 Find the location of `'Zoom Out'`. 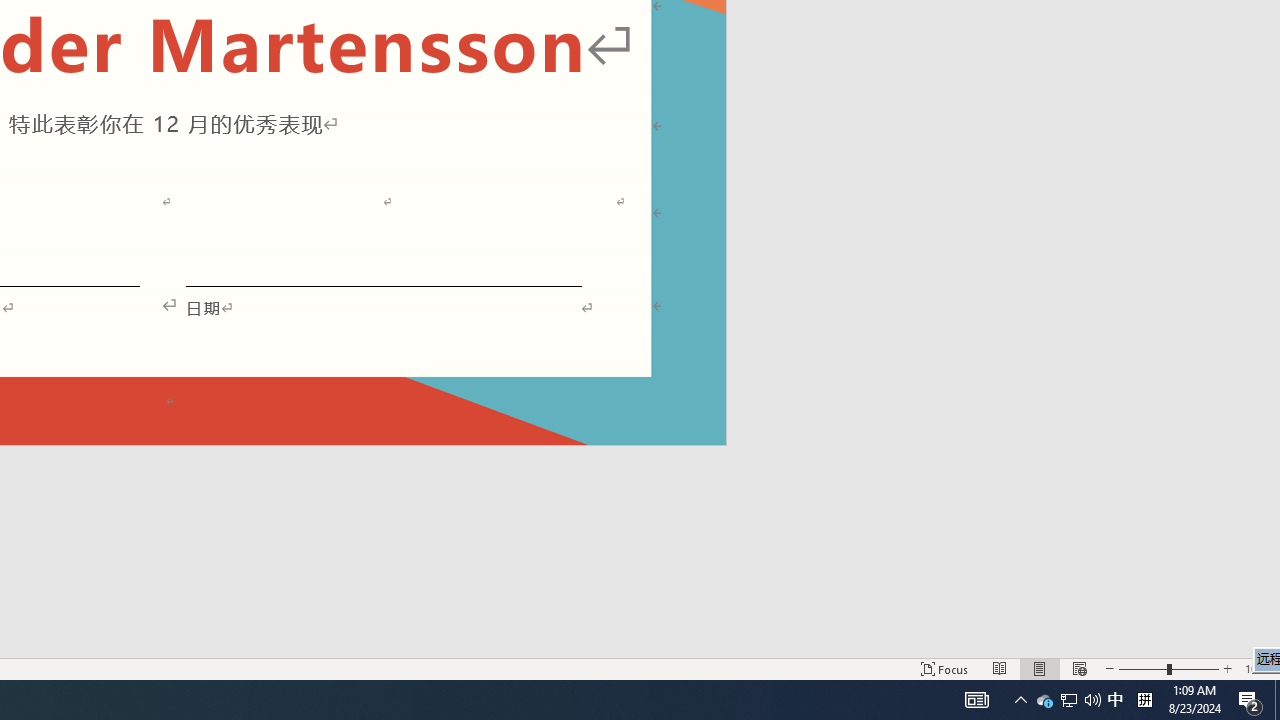

'Zoom Out' is located at coordinates (1143, 669).